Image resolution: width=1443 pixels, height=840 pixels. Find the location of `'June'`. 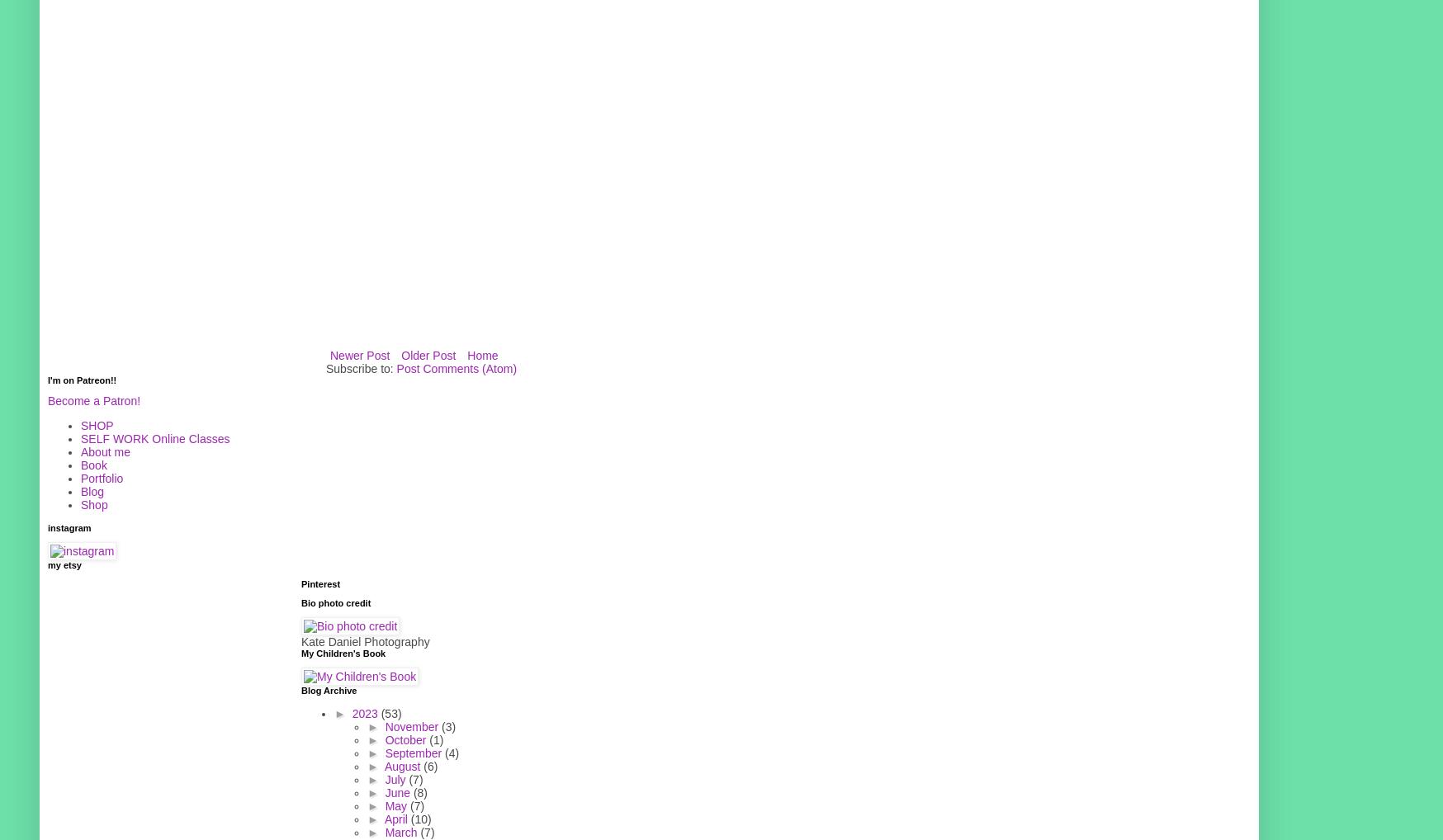

'June' is located at coordinates (397, 790).